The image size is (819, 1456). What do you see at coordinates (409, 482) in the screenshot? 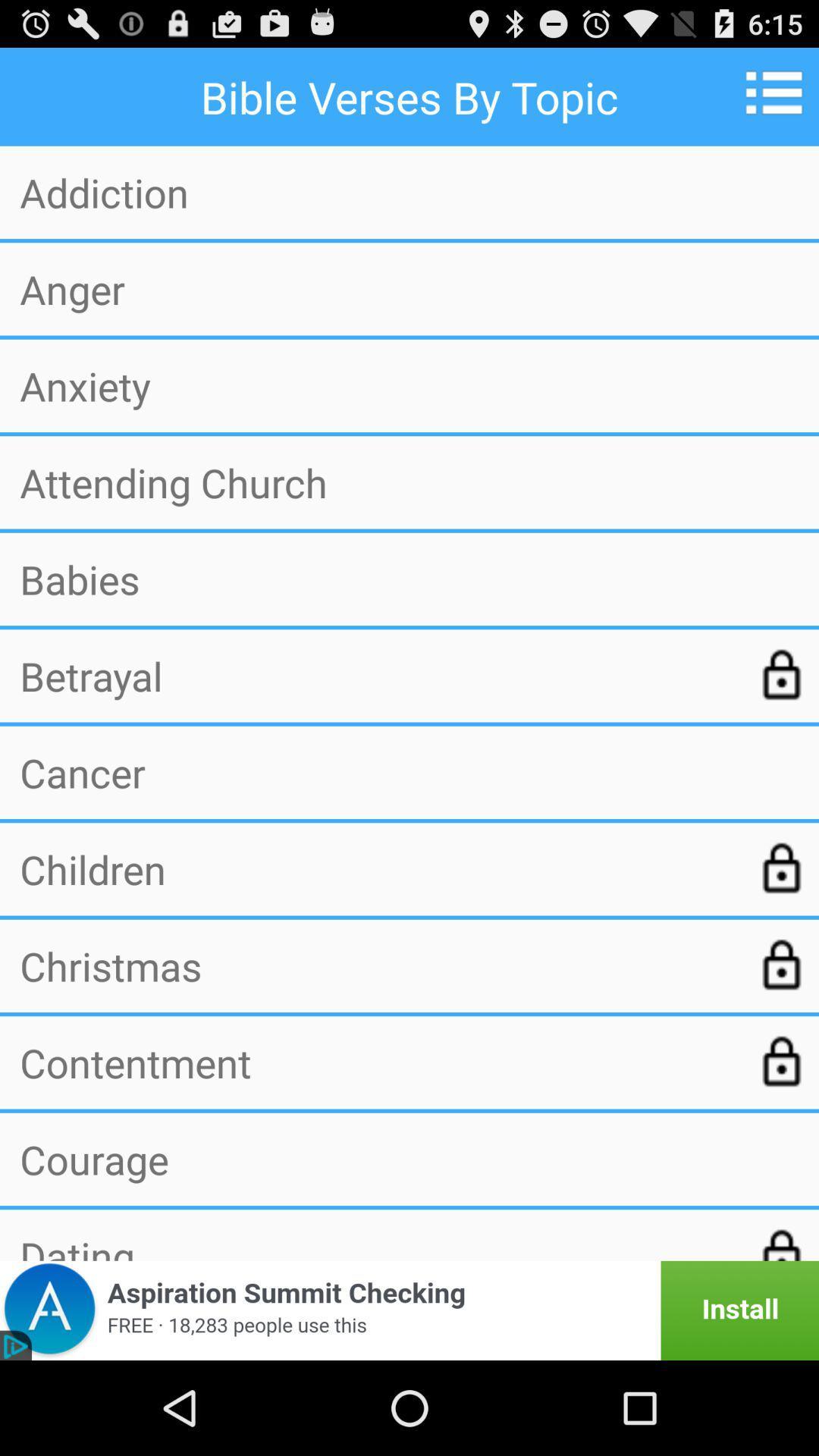
I see `the app above the babies item` at bounding box center [409, 482].